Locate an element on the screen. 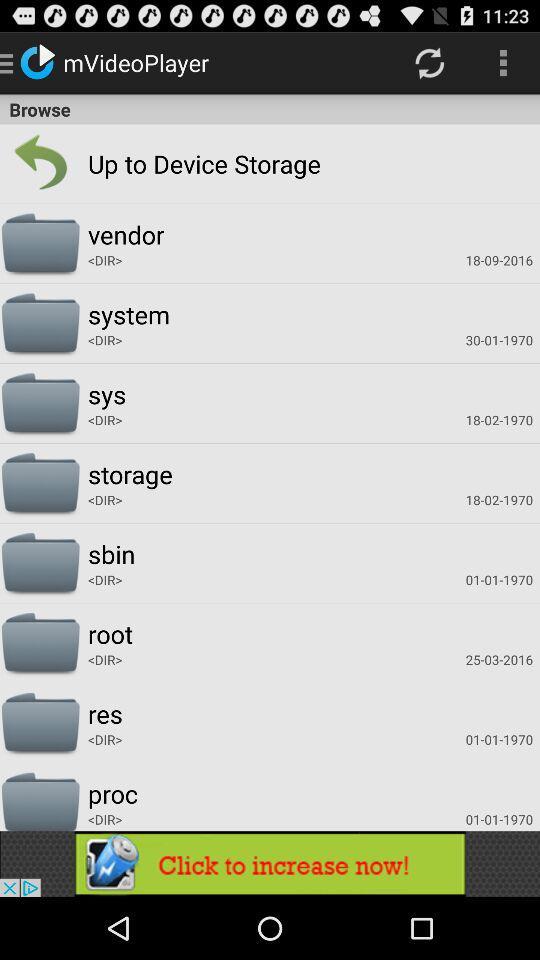 This screenshot has width=540, height=960. the item next to up to storage icon is located at coordinates (40, 162).